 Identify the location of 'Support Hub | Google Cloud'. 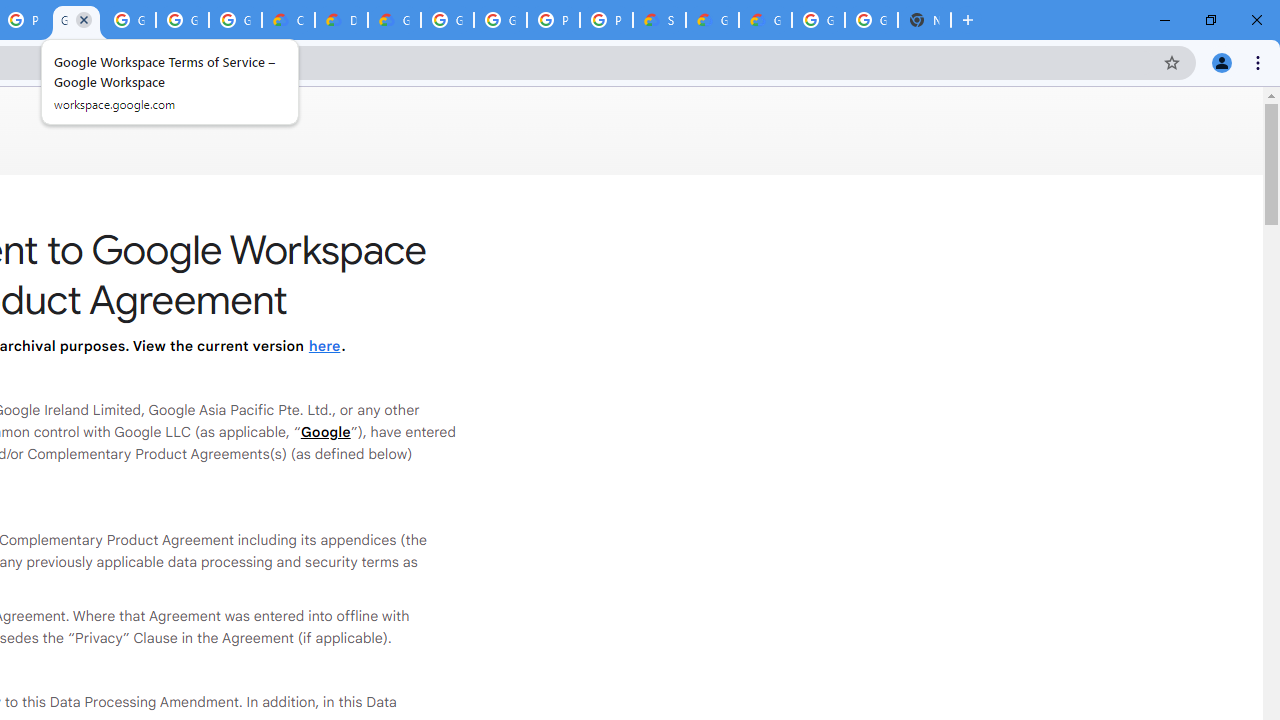
(659, 20).